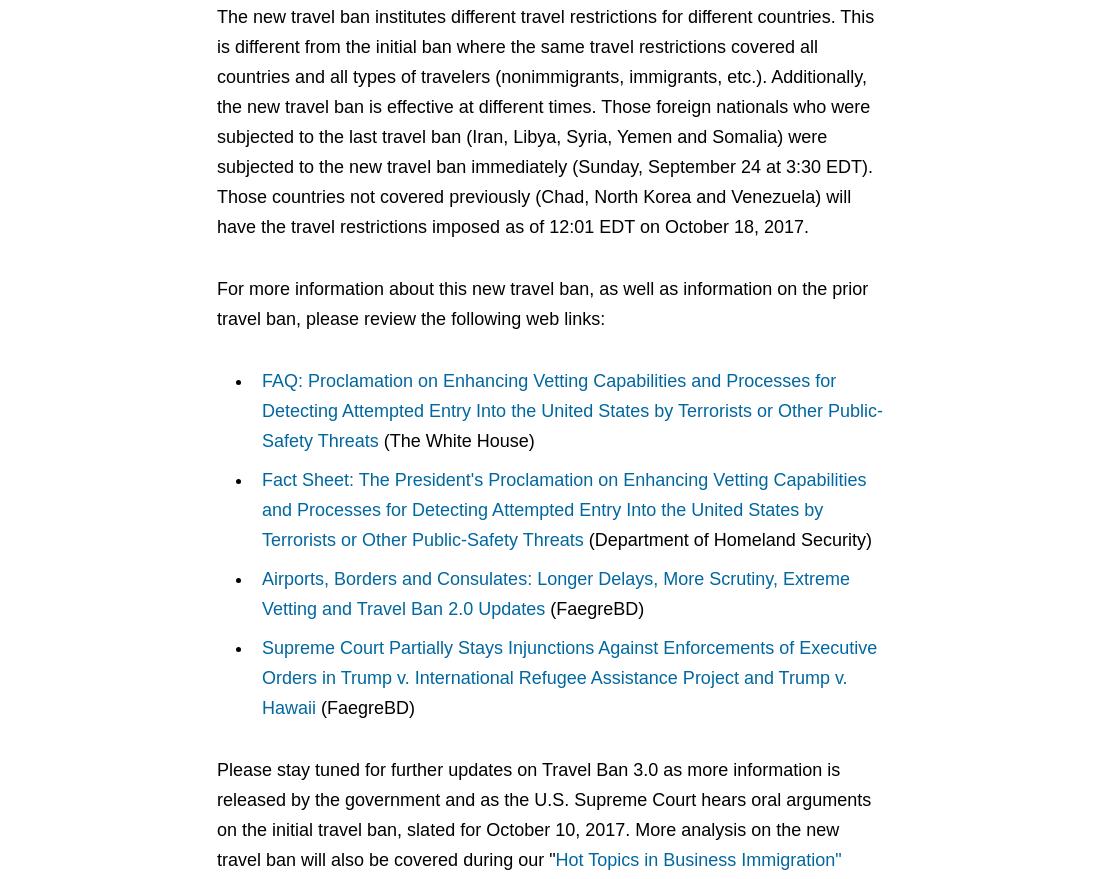 The image size is (1100, 879). What do you see at coordinates (377, 440) in the screenshot?
I see `'(The White House)'` at bounding box center [377, 440].